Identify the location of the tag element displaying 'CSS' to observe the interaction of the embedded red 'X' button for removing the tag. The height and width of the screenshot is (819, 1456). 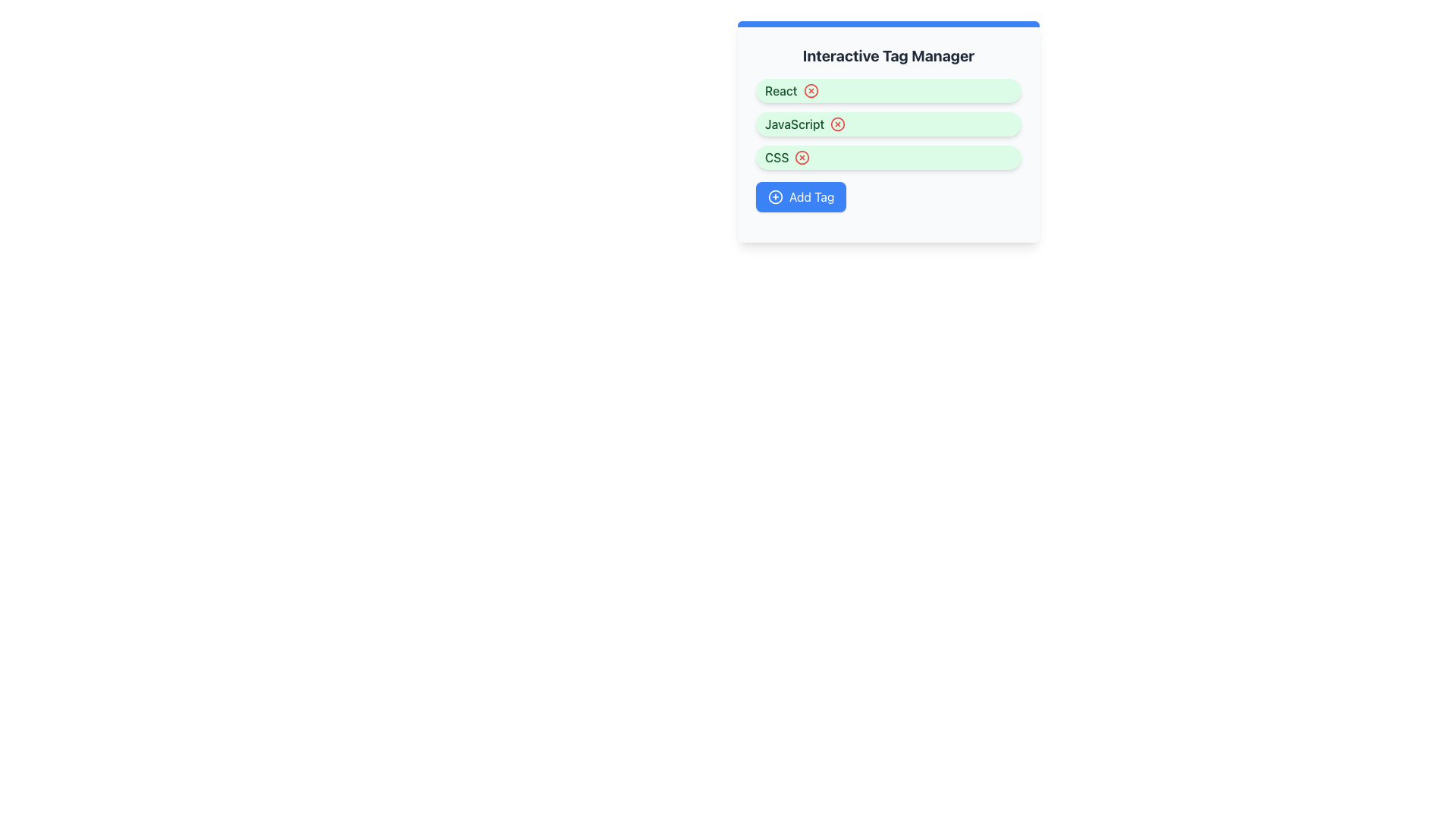
(888, 158).